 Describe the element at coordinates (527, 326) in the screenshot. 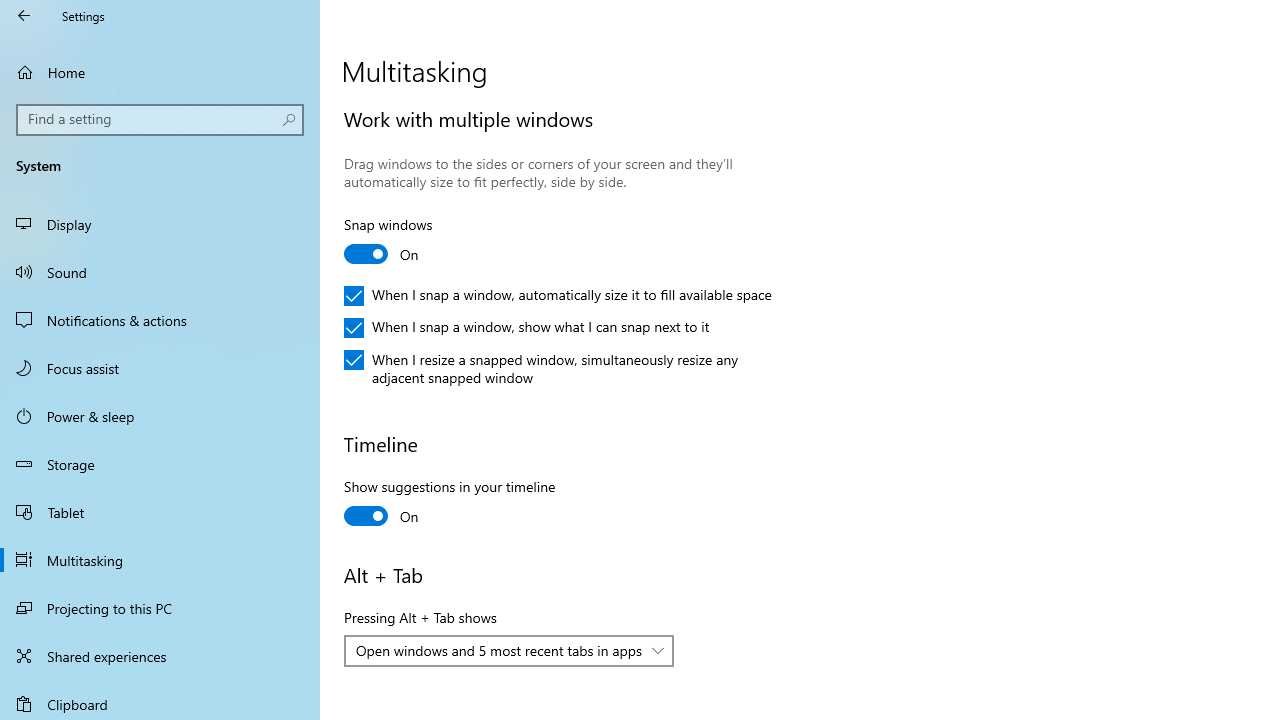

I see `'When I snap a window, show what I can snap next to it'` at that location.